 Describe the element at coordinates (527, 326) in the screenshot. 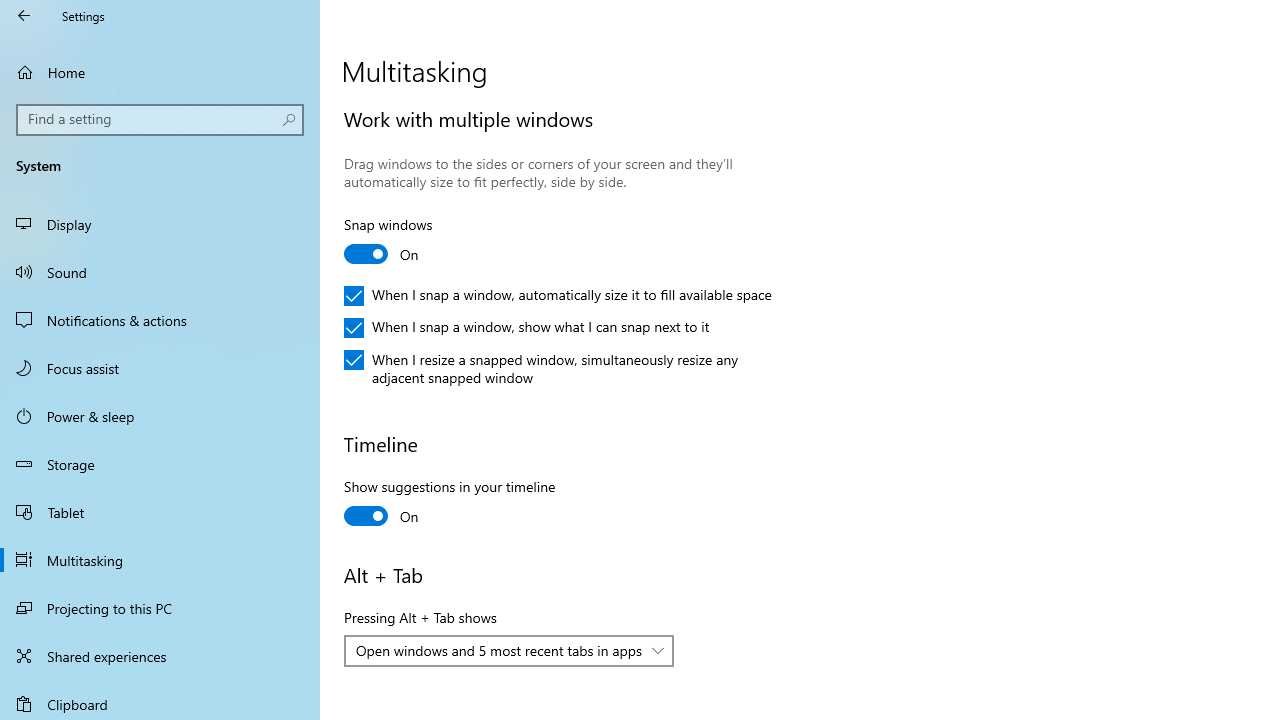

I see `'When I snap a window, show what I can snap next to it'` at that location.